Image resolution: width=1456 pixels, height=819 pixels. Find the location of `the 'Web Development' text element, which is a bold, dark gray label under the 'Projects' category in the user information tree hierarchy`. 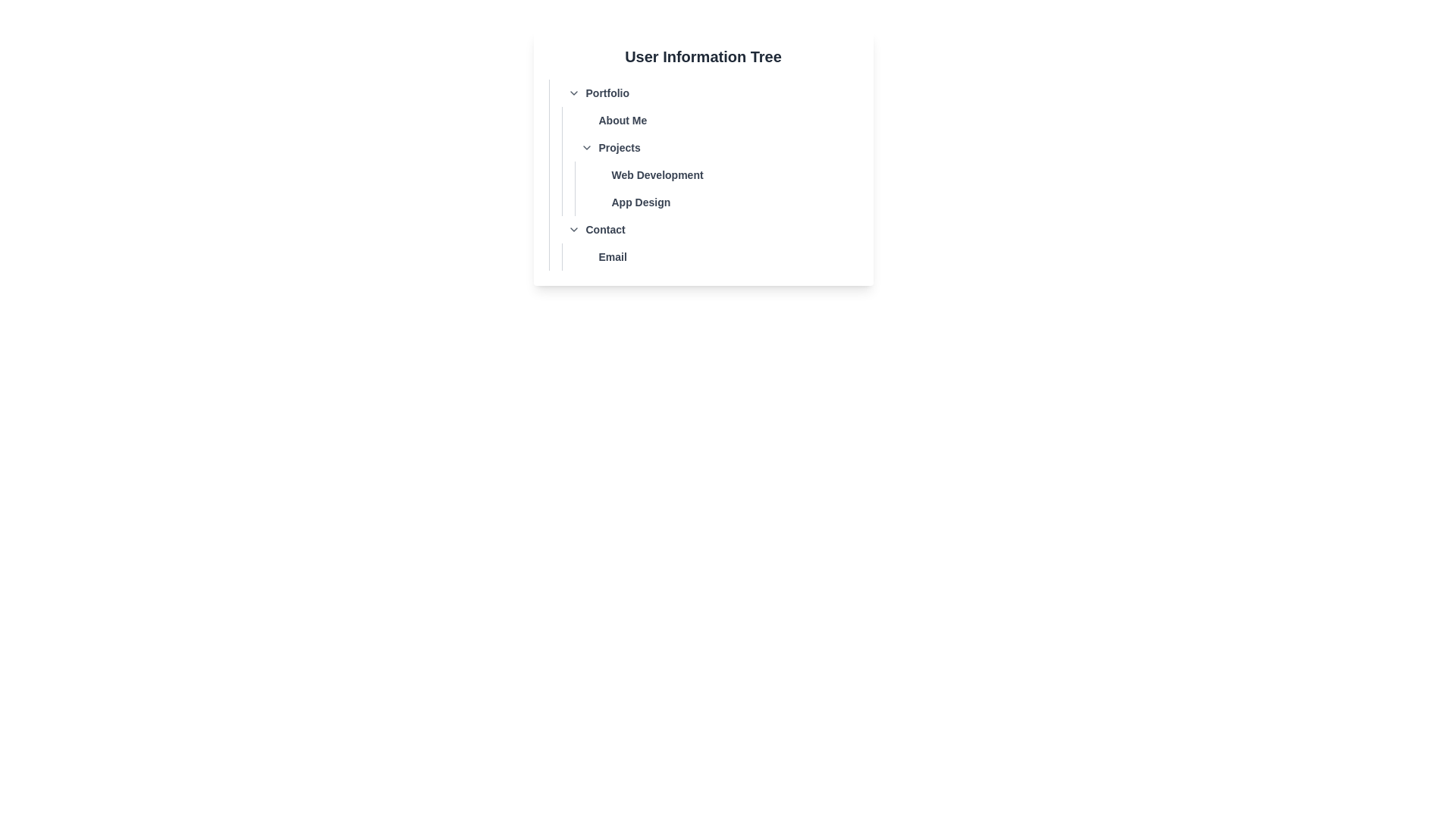

the 'Web Development' text element, which is a bold, dark gray label under the 'Projects' category in the user information tree hierarchy is located at coordinates (657, 174).